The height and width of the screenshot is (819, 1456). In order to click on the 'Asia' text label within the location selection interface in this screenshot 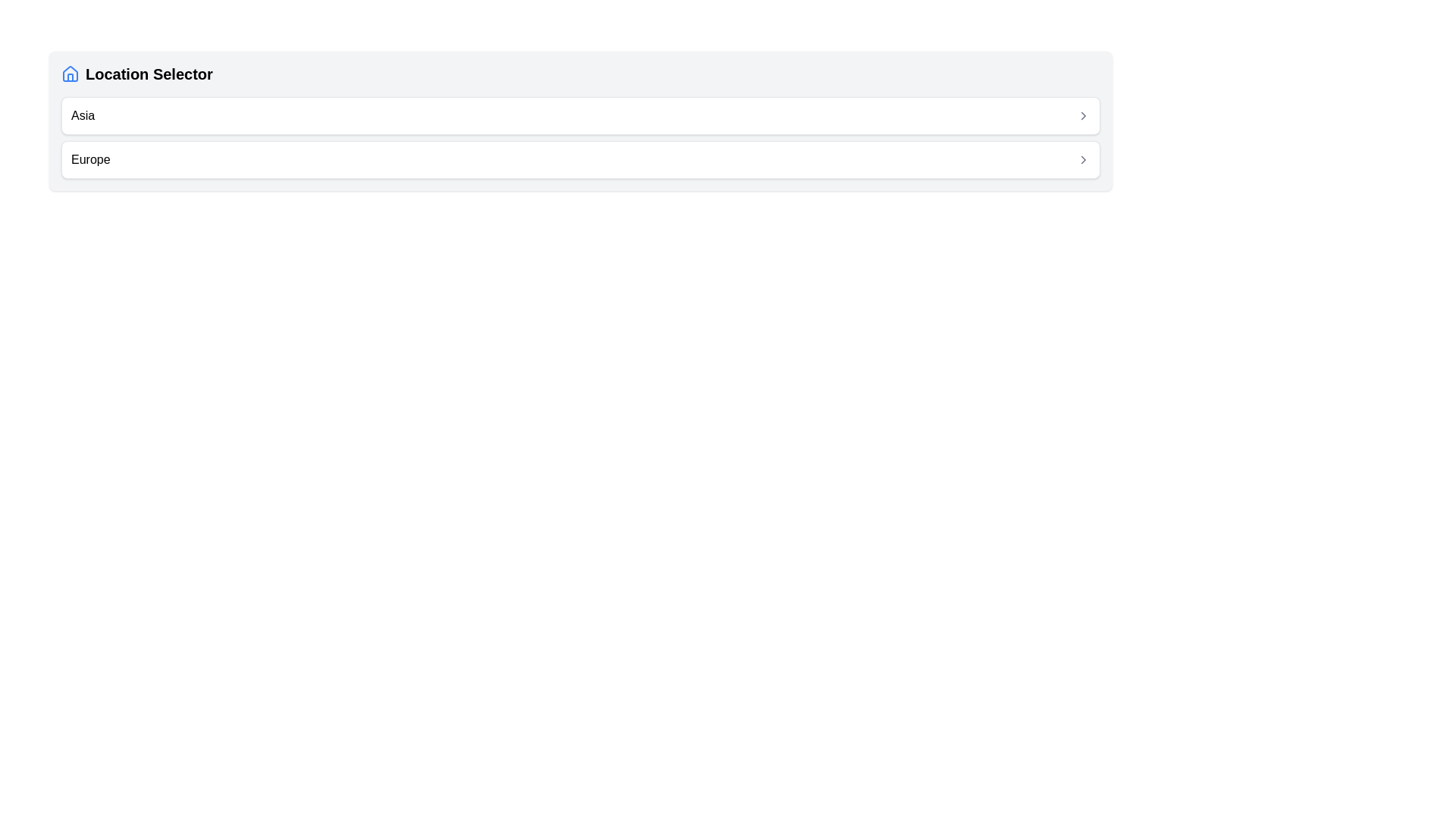, I will do `click(82, 115)`.